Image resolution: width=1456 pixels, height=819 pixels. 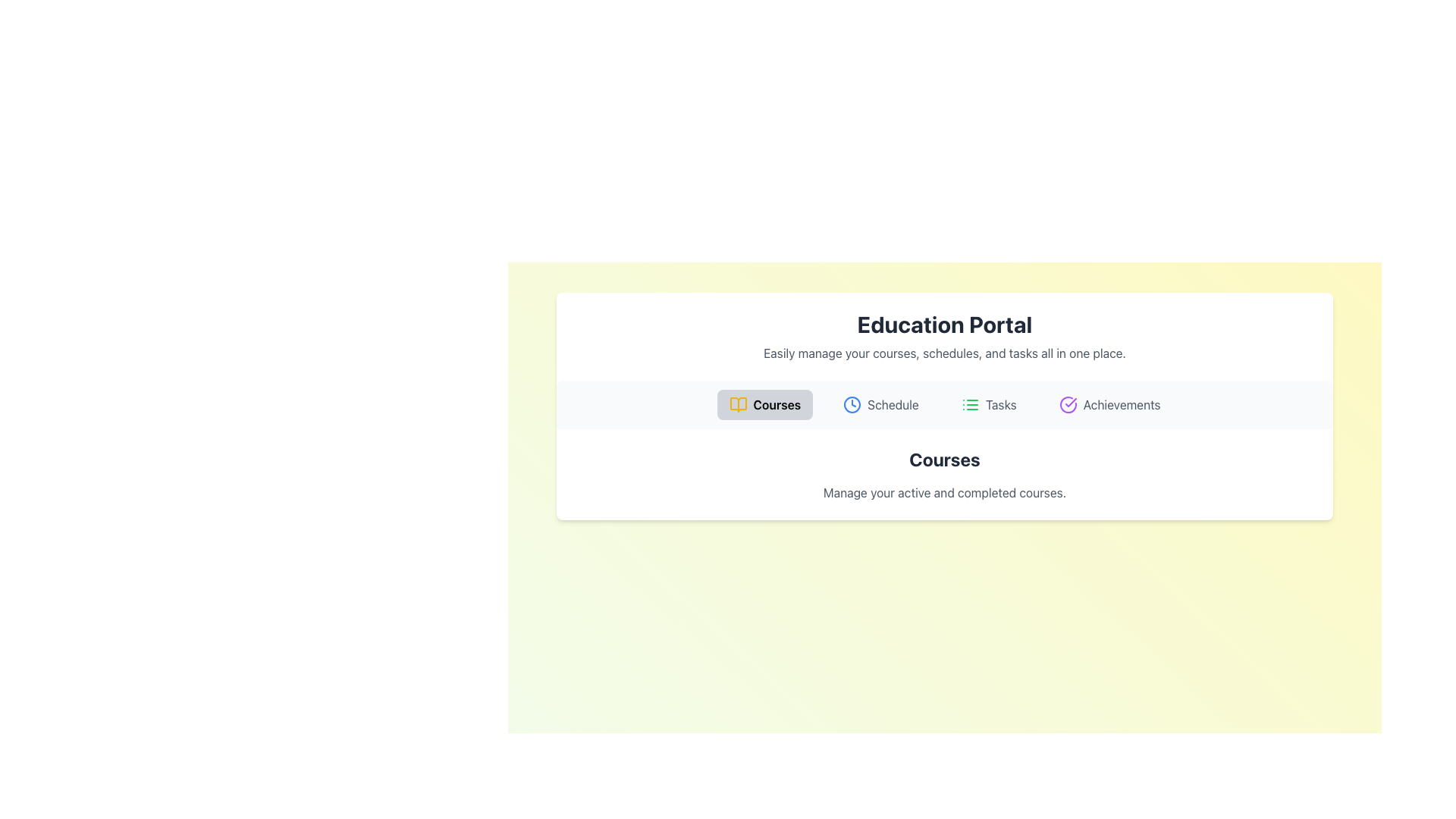 What do you see at coordinates (893, 403) in the screenshot?
I see `the 'Schedule' text label, which is styled in gray and is part of a navigation bar` at bounding box center [893, 403].